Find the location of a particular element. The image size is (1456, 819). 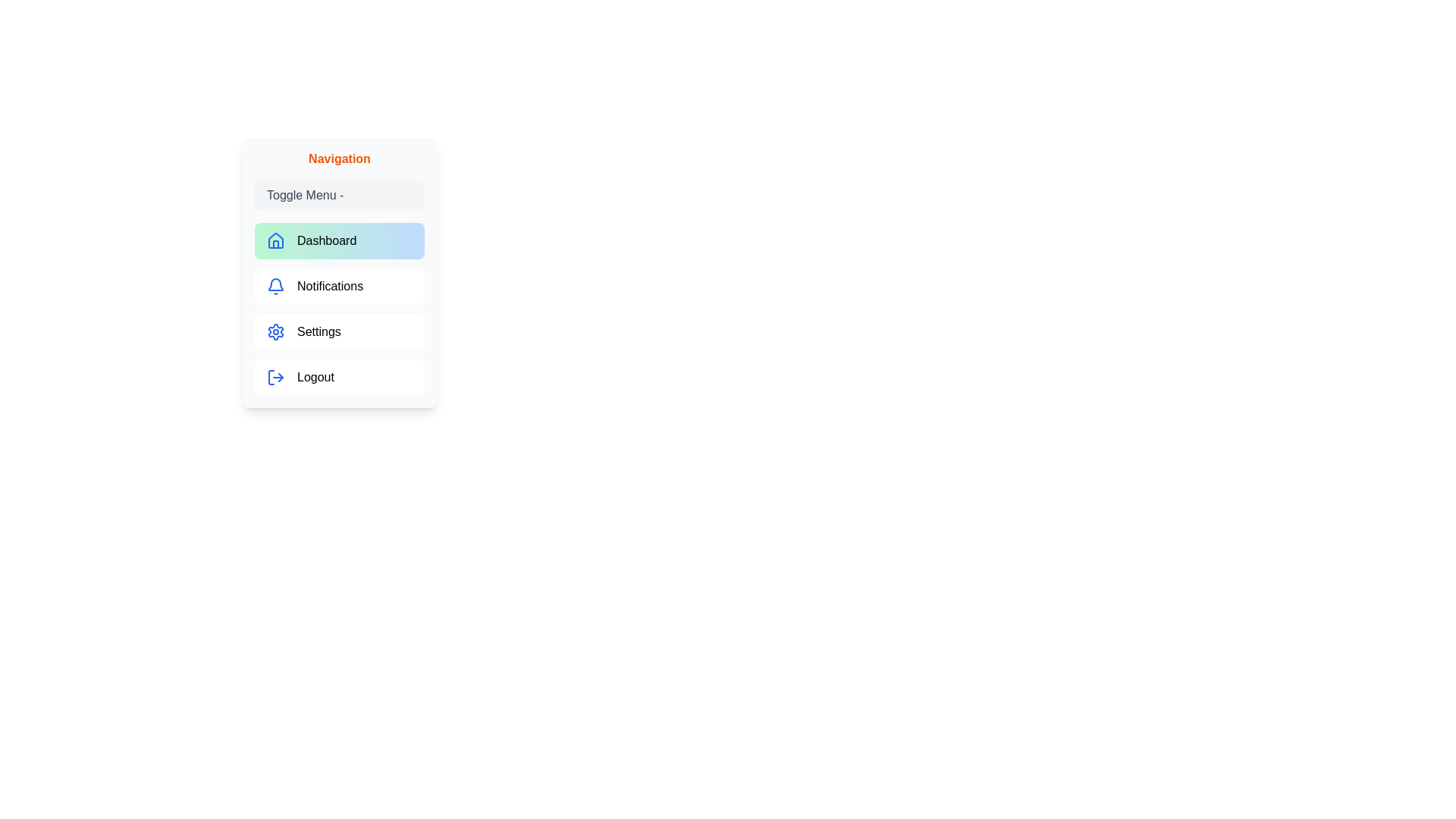

the navigation item Notifications from the menu is located at coordinates (338, 287).